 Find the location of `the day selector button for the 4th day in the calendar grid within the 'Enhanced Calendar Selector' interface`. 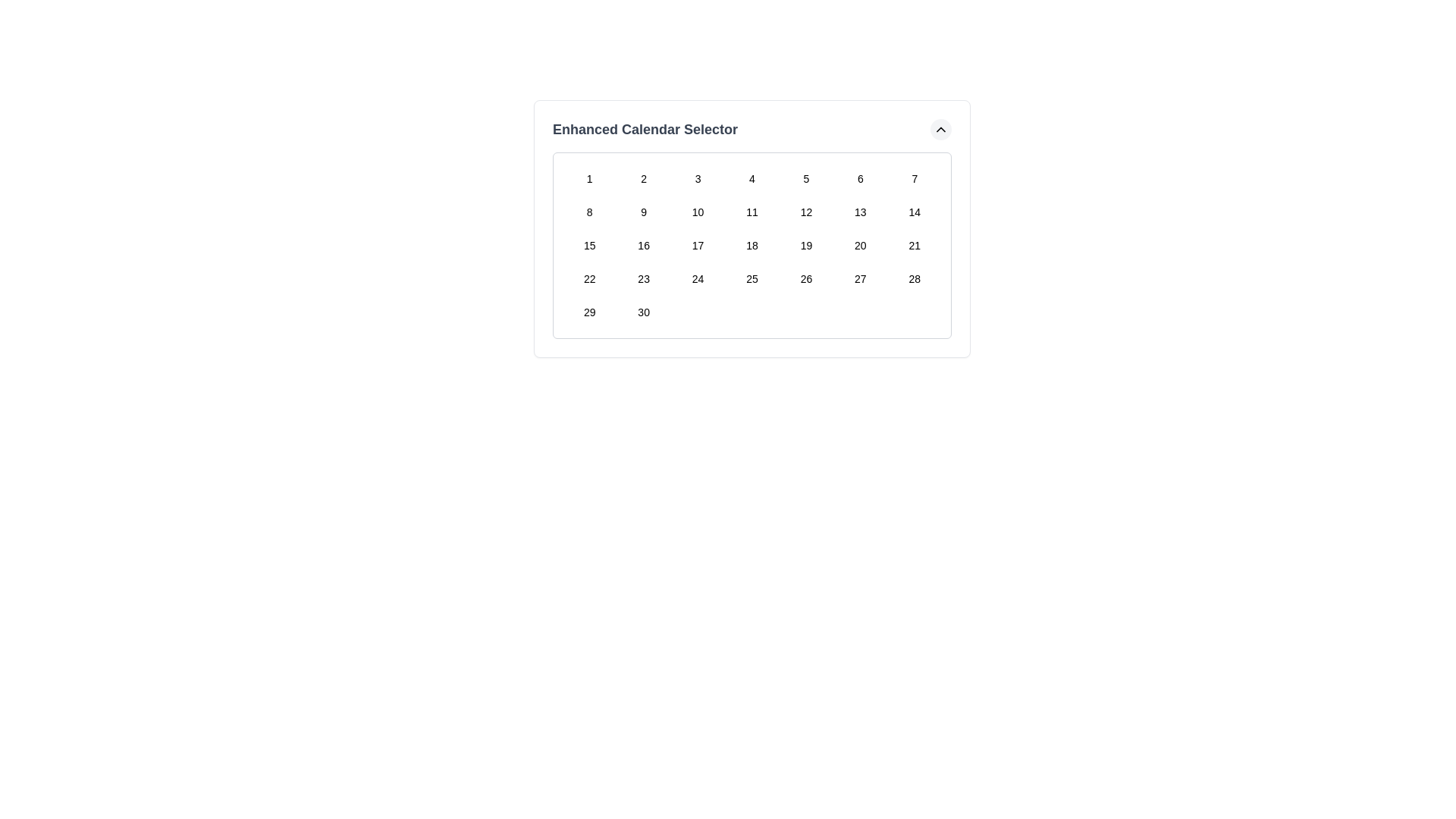

the day selector button for the 4th day in the calendar grid within the 'Enhanced Calendar Selector' interface is located at coordinates (752, 177).